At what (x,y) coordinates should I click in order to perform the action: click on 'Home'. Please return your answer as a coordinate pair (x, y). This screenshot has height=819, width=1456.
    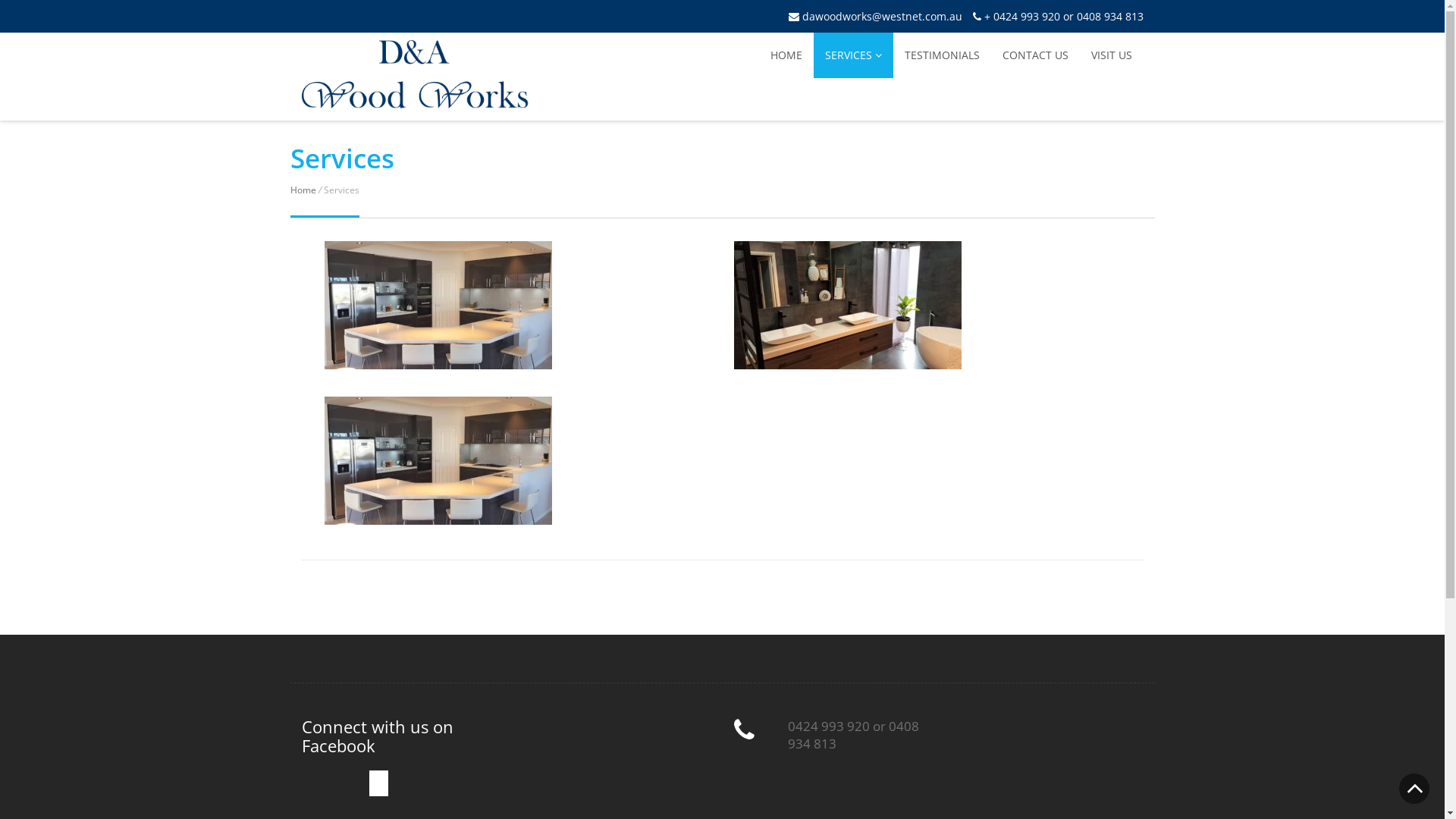
    Looking at the image, I should click on (302, 189).